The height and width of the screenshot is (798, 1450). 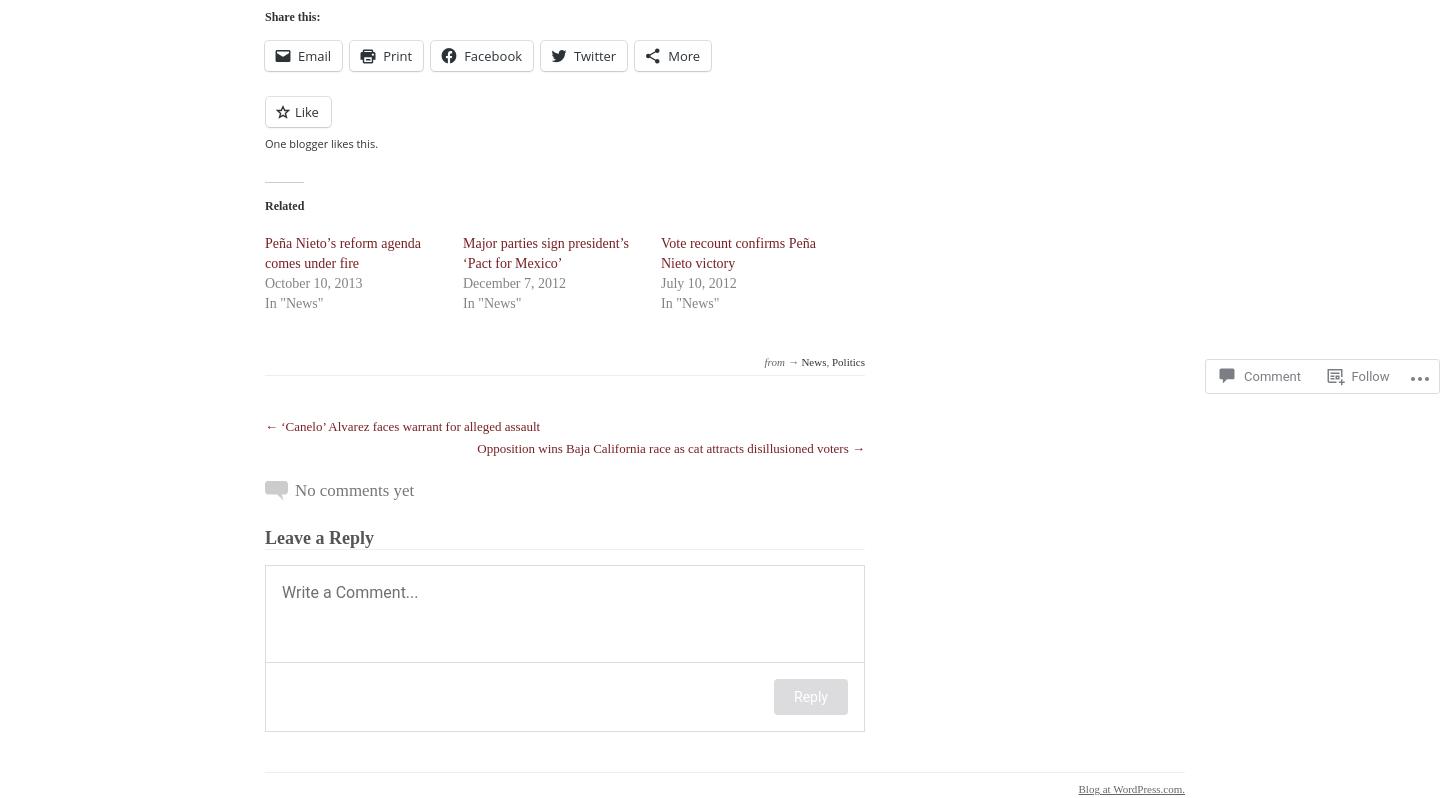 I want to click on 'Politics', so click(x=846, y=360).